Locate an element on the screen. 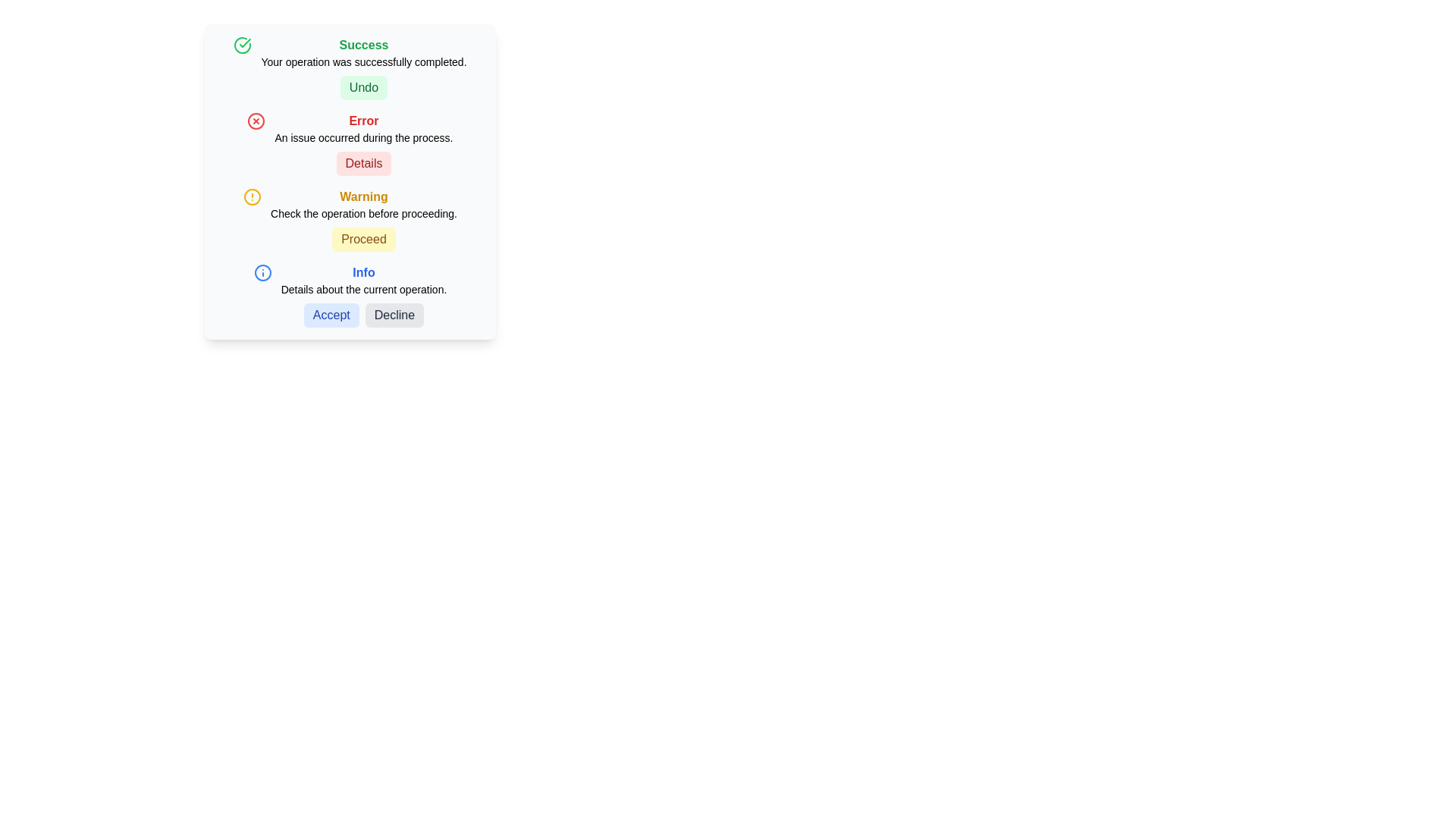 Image resolution: width=1456 pixels, height=819 pixels. the warning message layout that includes an alert icon, a heading saying 'Warning', and a button labeled 'Proceed' is located at coordinates (349, 219).